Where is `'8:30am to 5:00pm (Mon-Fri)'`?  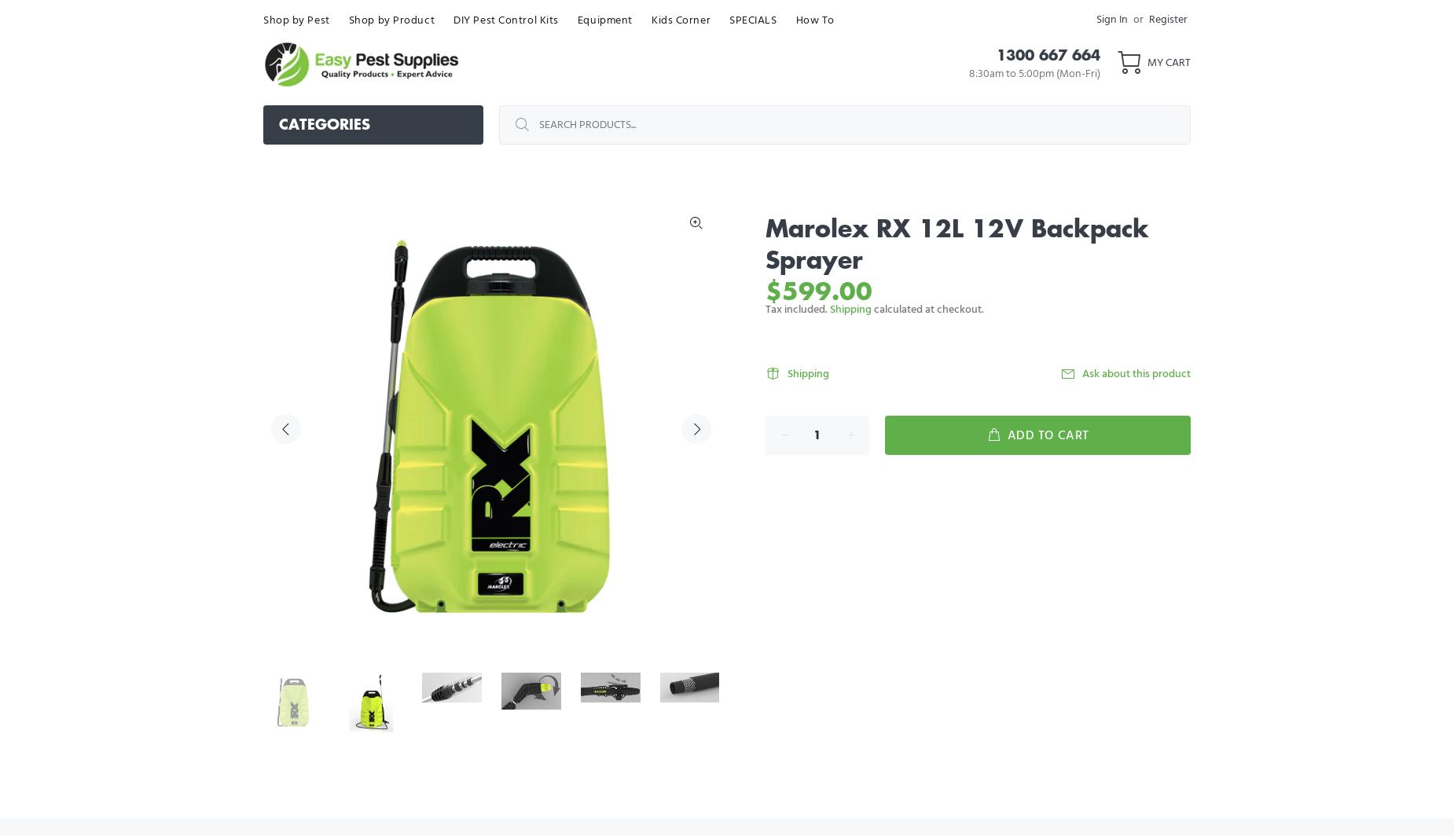
'8:30am to 5:00pm (Mon-Fri)' is located at coordinates (1034, 72).